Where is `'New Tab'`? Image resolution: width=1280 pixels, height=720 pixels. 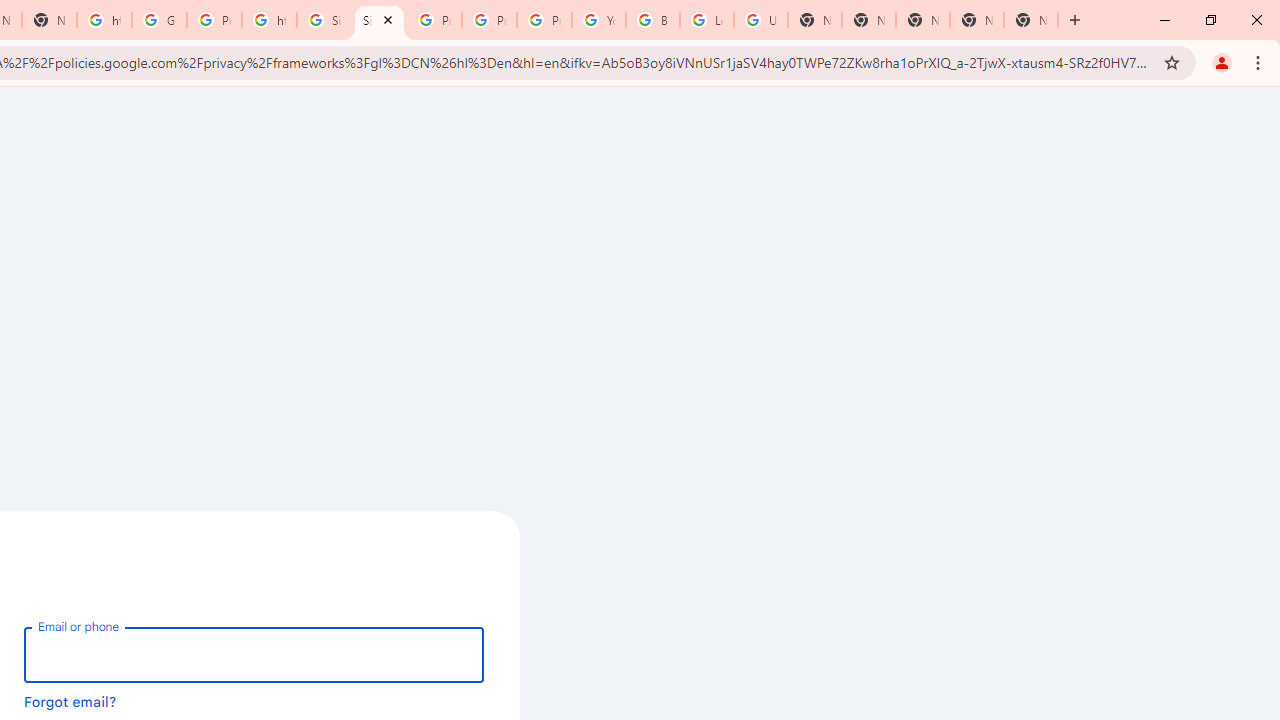
'New Tab' is located at coordinates (1031, 20).